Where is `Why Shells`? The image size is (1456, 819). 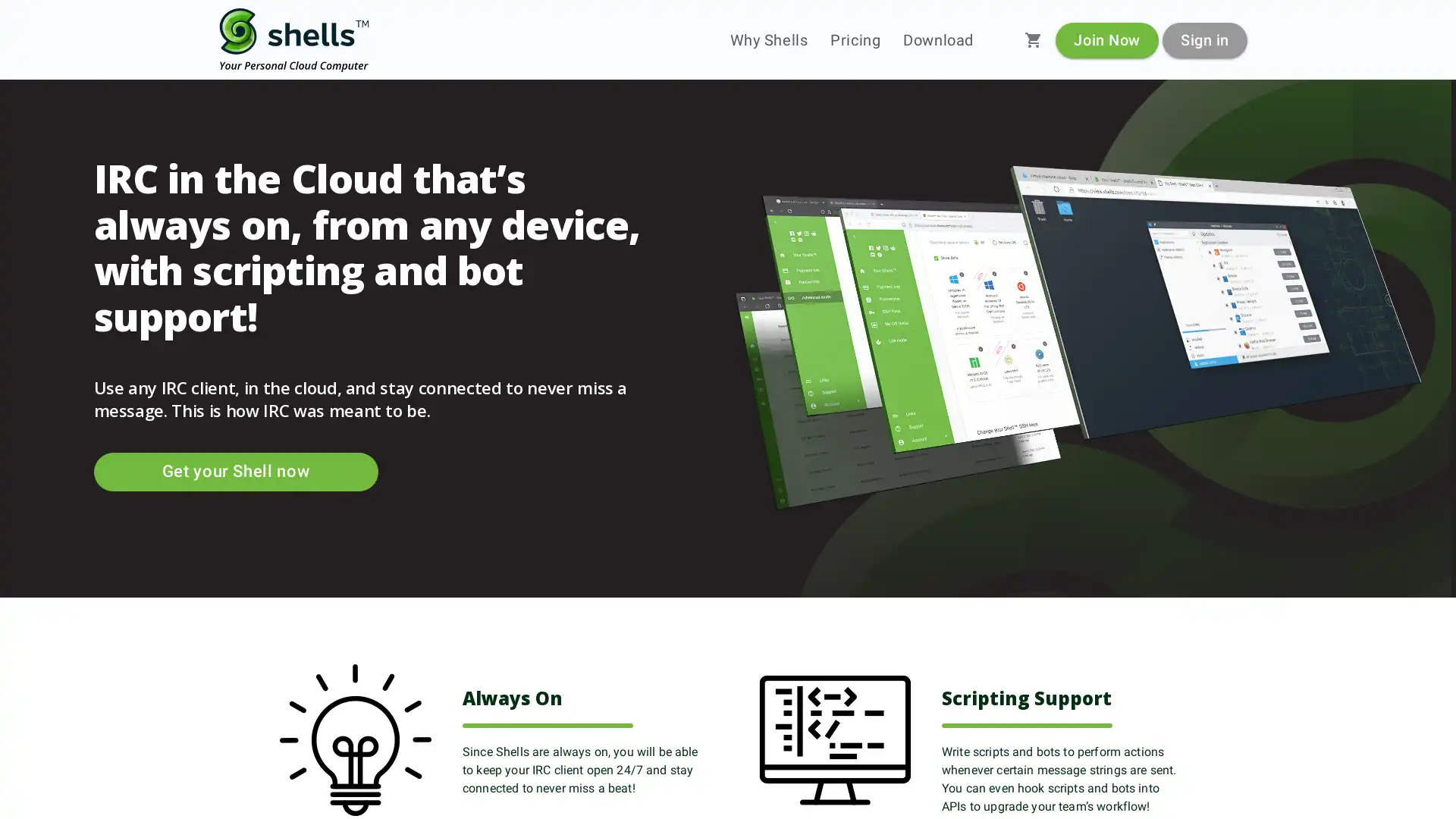 Why Shells is located at coordinates (768, 39).